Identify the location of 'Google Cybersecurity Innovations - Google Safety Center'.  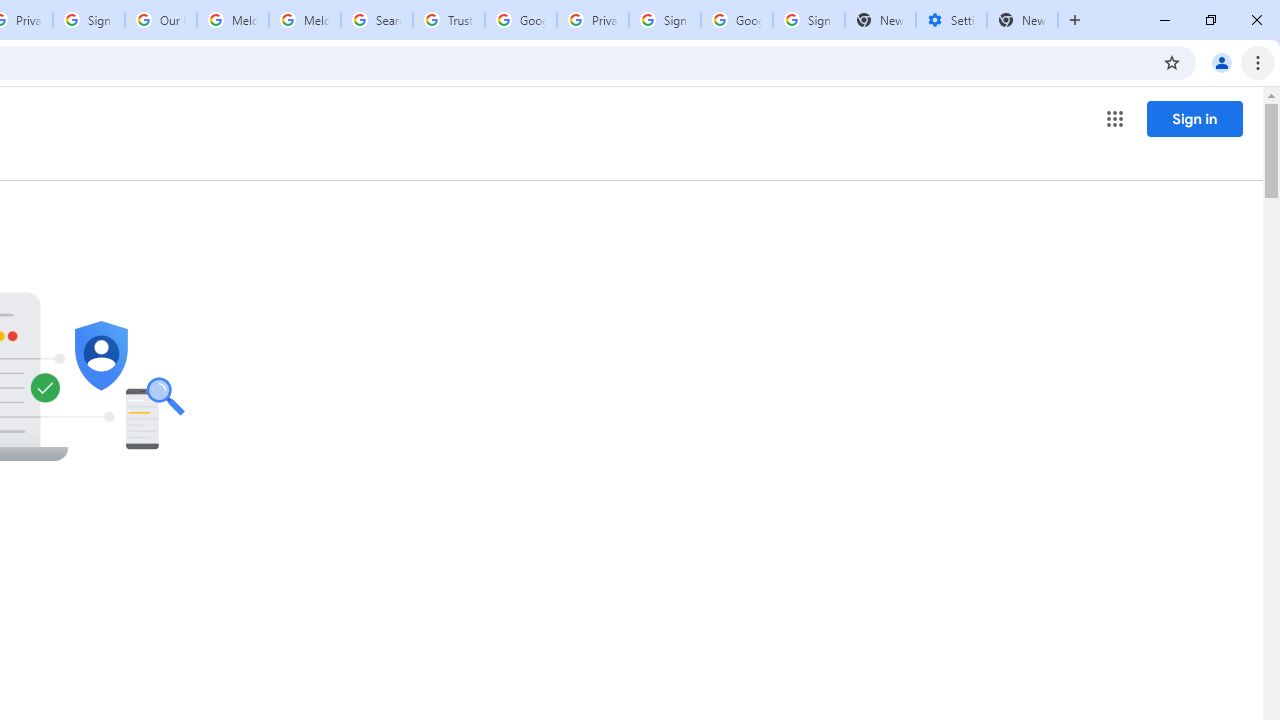
(736, 20).